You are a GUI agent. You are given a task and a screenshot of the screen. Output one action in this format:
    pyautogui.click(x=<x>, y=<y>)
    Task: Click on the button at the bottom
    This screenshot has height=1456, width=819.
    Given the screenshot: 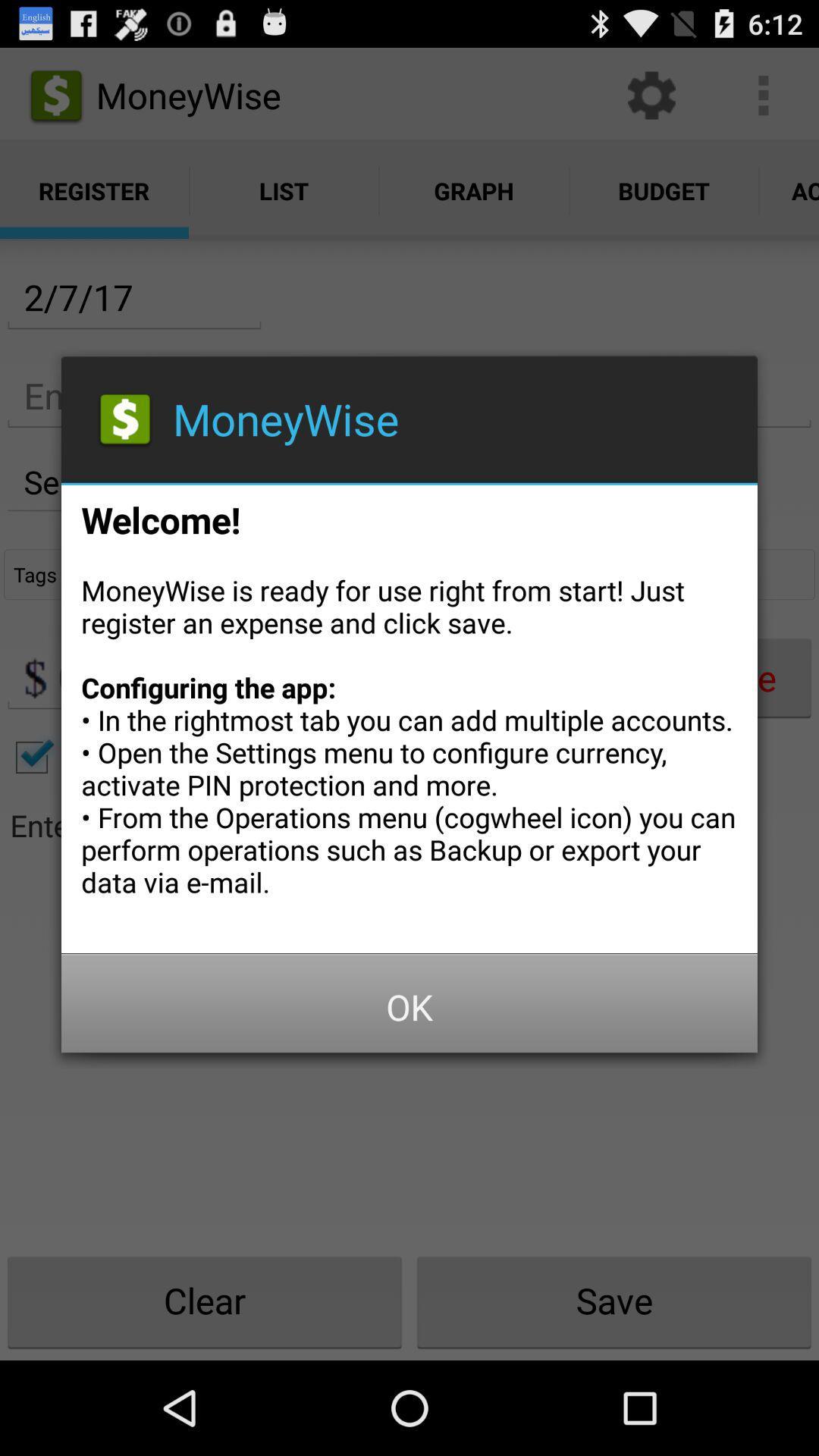 What is the action you would take?
    pyautogui.click(x=409, y=1007)
    